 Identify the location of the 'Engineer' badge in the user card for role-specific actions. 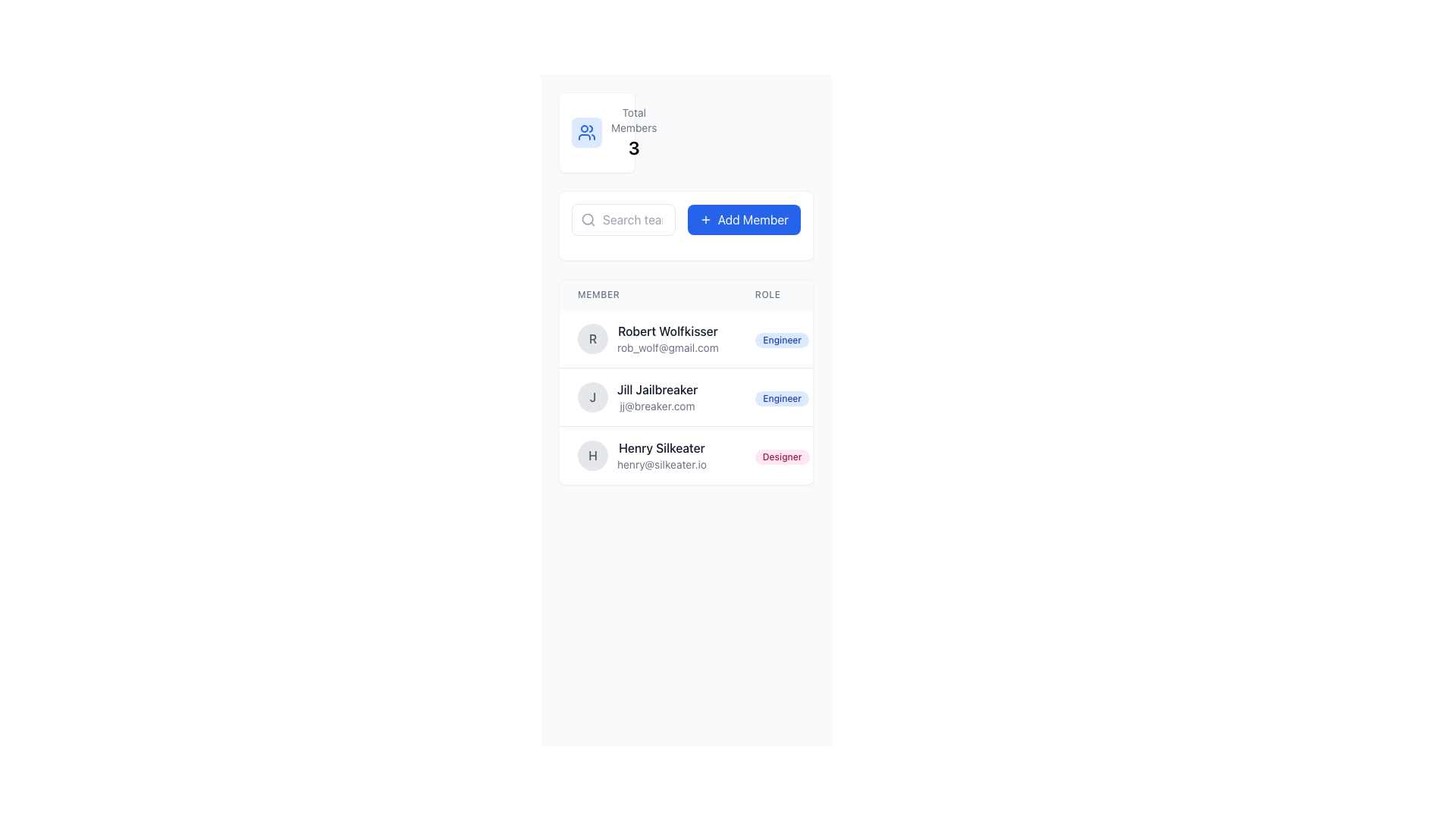
(827, 338).